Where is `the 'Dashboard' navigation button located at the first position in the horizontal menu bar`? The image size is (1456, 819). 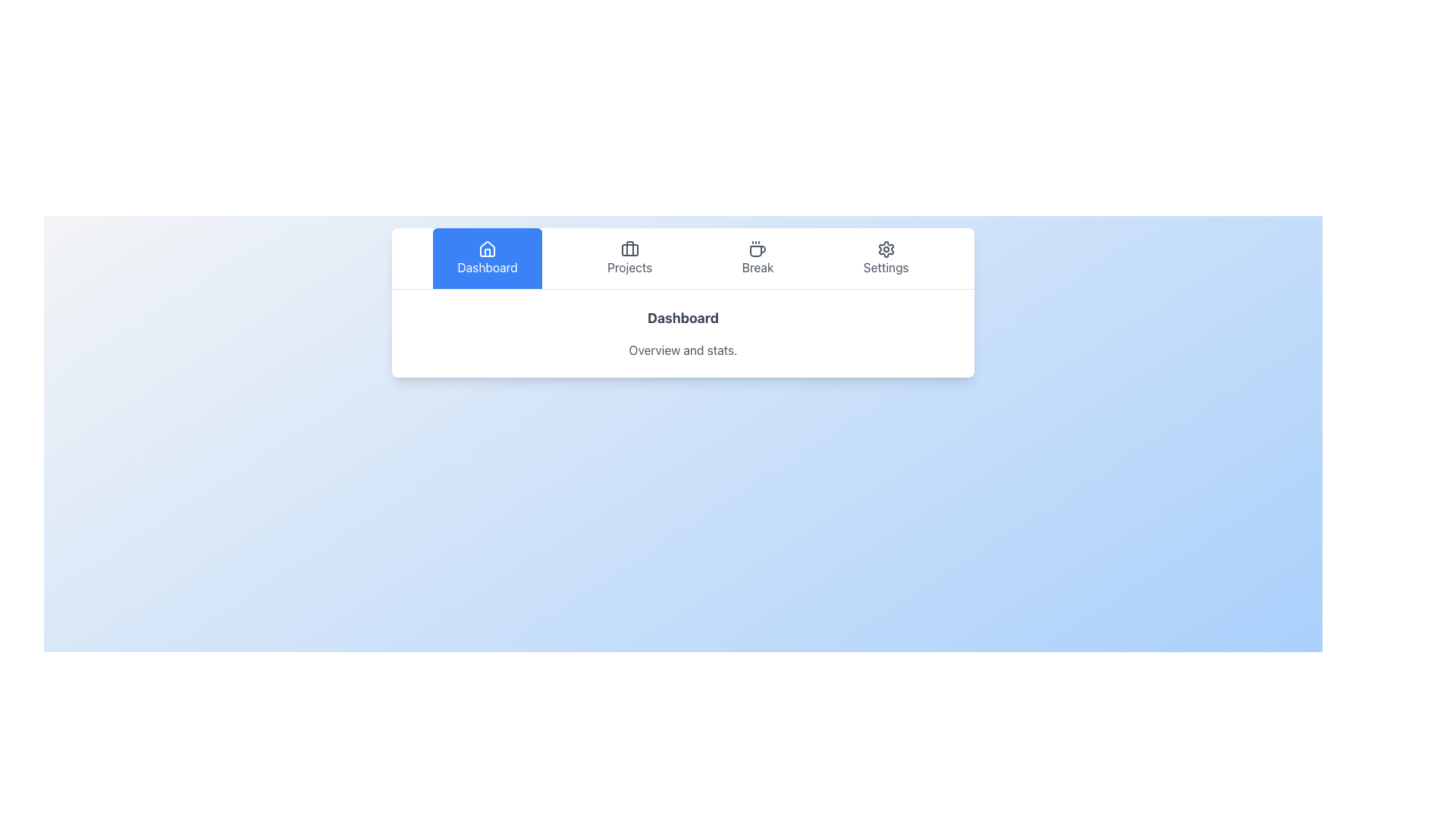 the 'Dashboard' navigation button located at the first position in the horizontal menu bar is located at coordinates (488, 257).